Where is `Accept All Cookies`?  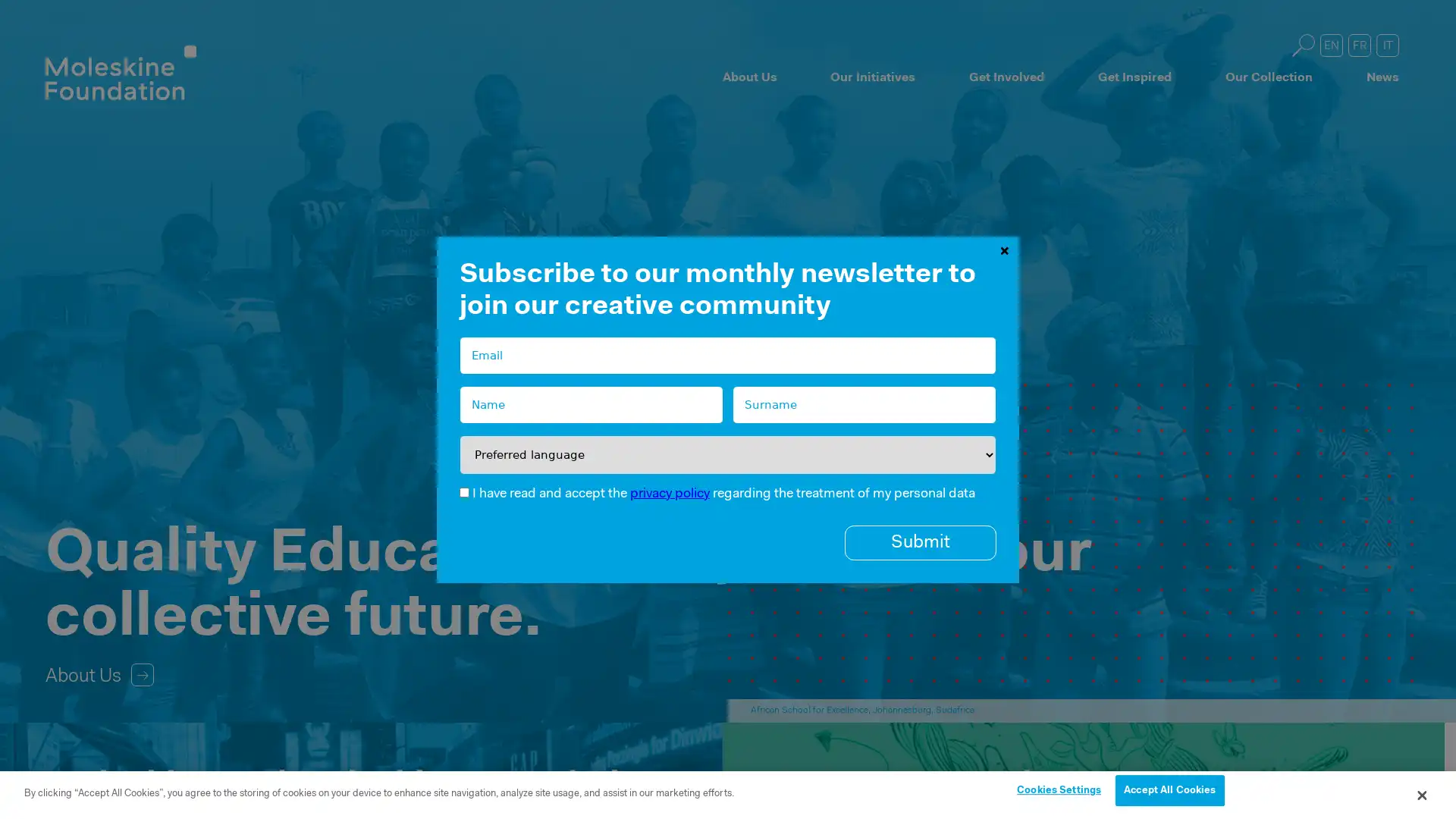
Accept All Cookies is located at coordinates (1169, 789).